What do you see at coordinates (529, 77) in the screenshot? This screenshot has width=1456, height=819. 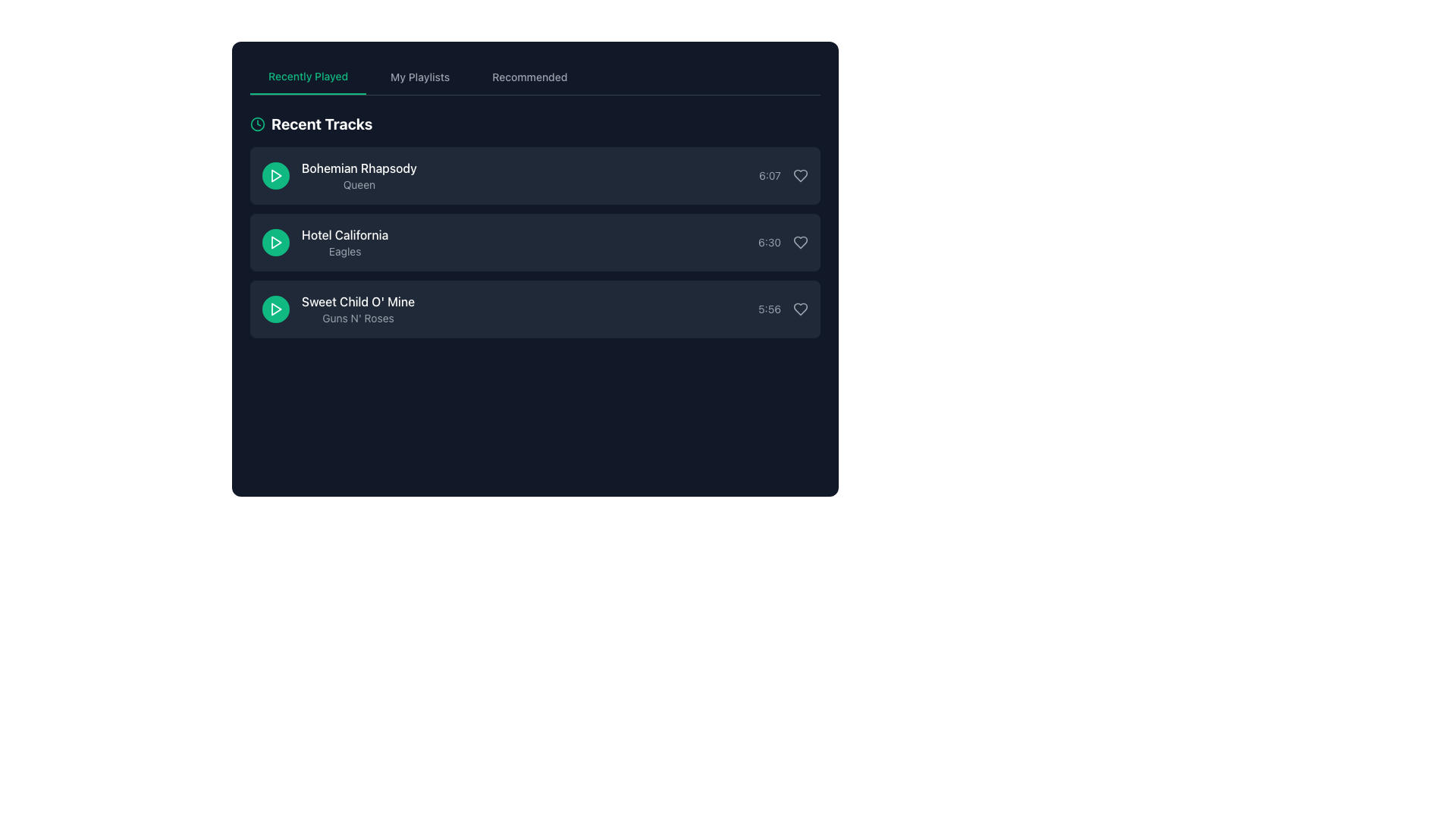 I see `the third button in the navigational bar` at bounding box center [529, 77].